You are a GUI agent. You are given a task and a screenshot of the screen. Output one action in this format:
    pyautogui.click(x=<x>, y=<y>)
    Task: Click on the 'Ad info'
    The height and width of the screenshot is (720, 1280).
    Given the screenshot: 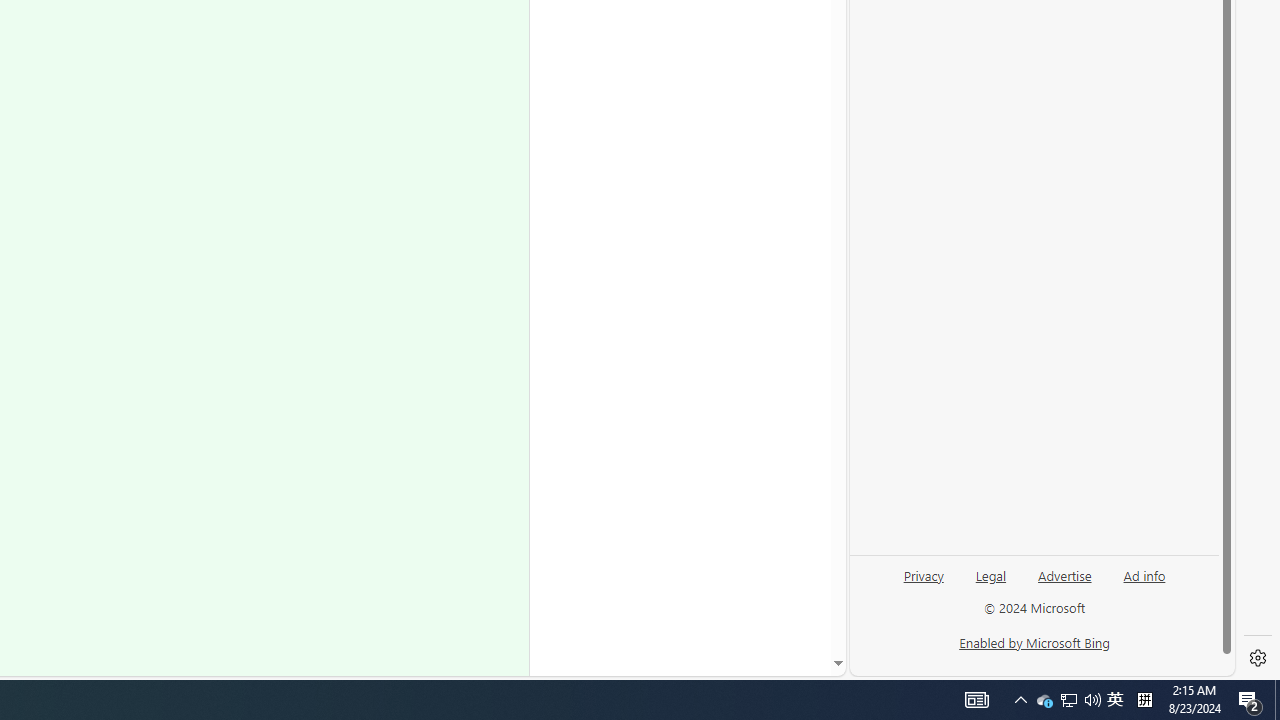 What is the action you would take?
    pyautogui.click(x=1144, y=574)
    